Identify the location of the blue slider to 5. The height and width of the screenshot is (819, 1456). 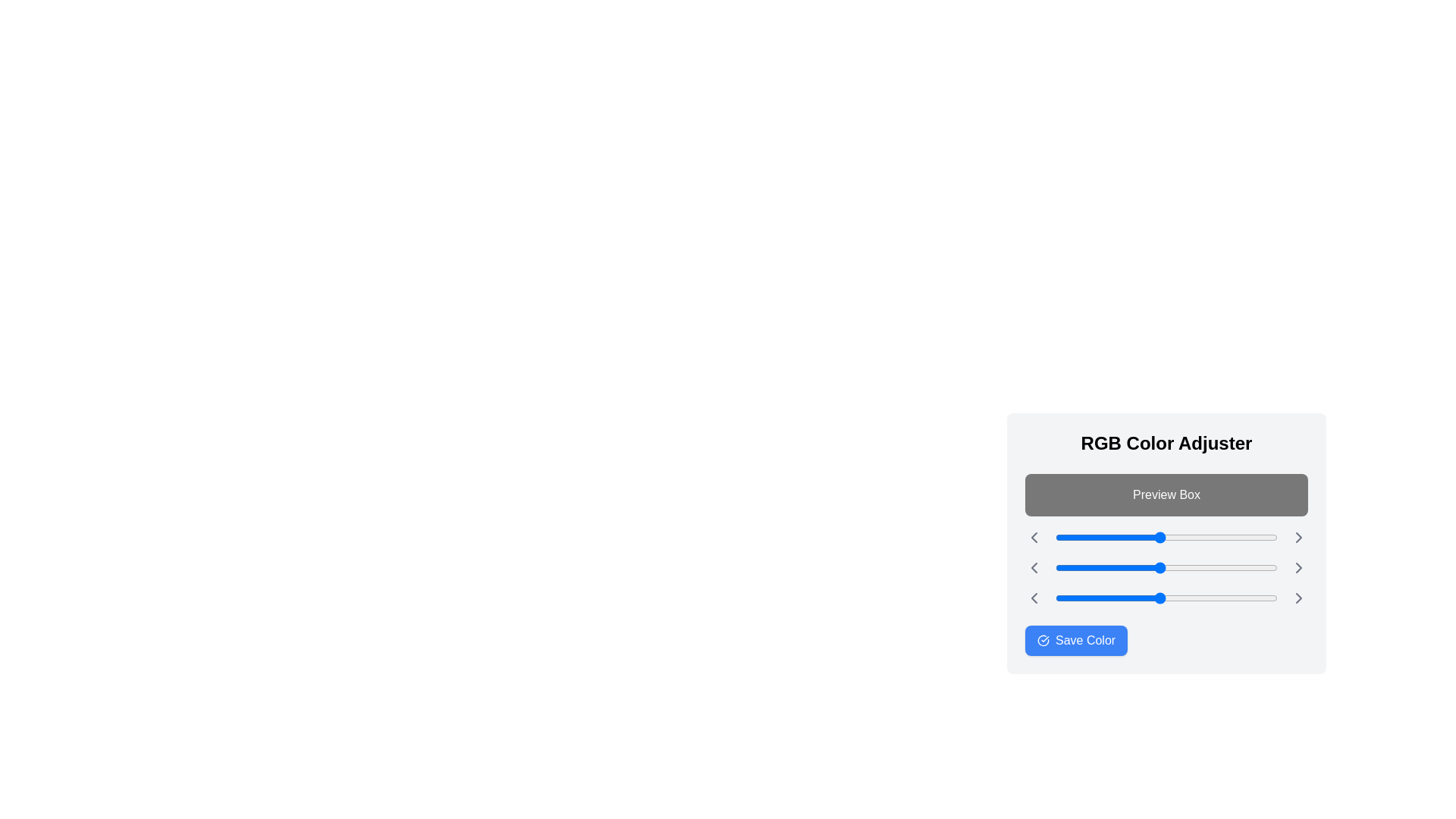
(1059, 598).